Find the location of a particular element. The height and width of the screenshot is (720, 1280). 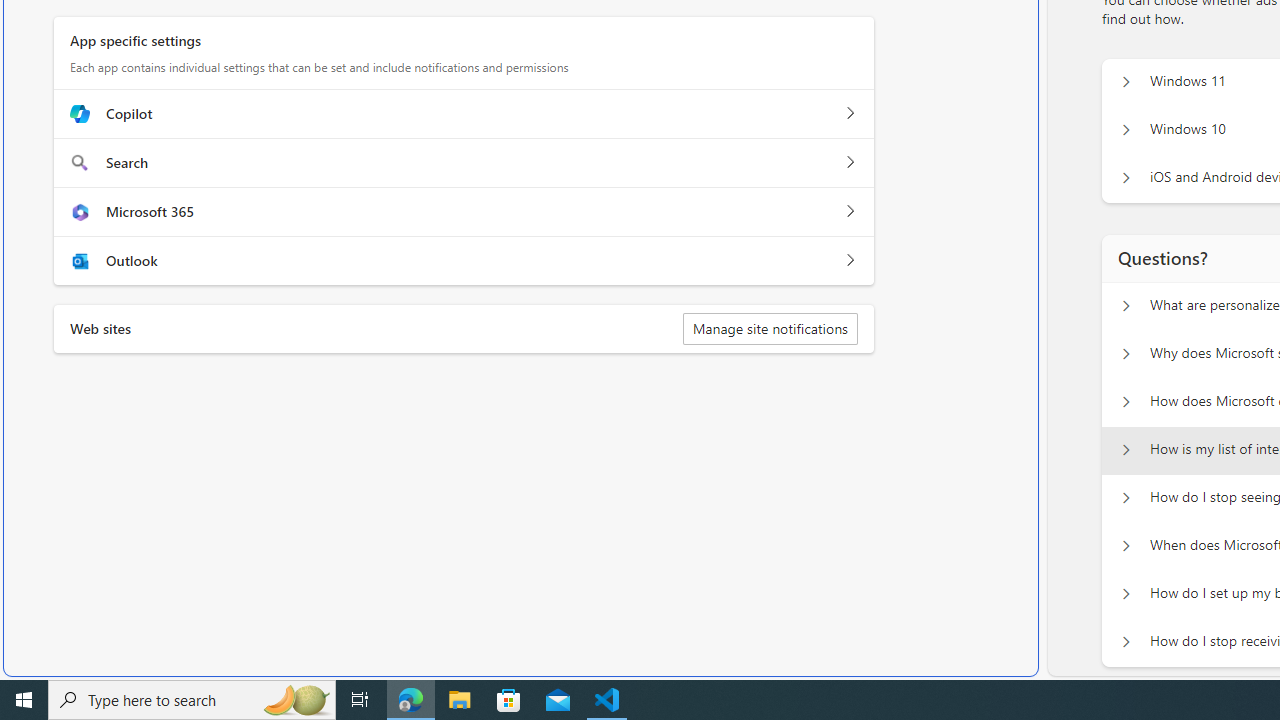

'Manage personalized ads on your device Windows 11' is located at coordinates (1125, 81).